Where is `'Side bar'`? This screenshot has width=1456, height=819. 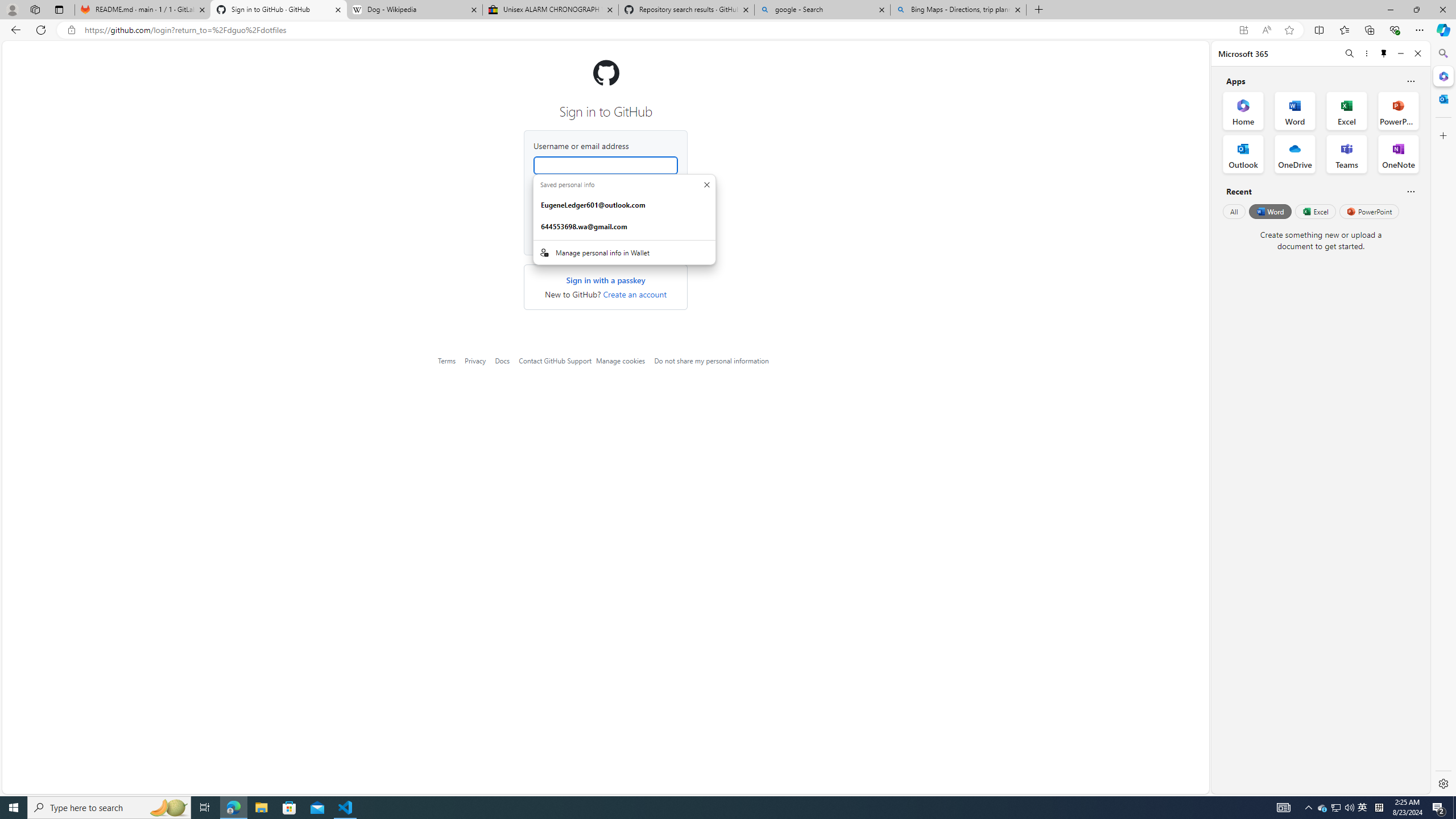
'Side bar' is located at coordinates (1443, 418).